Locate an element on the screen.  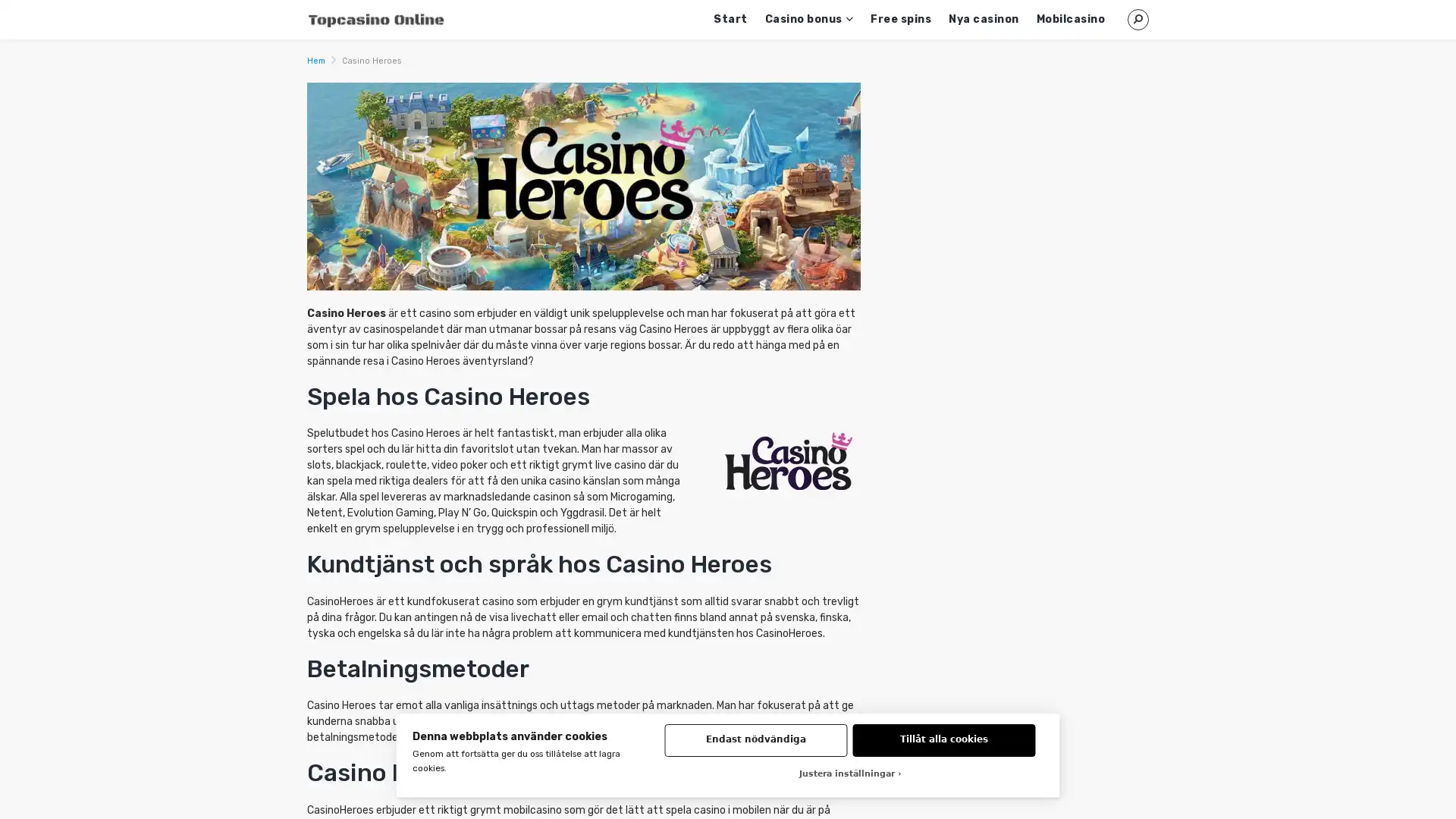
Endast nodvandiga is located at coordinates (755, 739).